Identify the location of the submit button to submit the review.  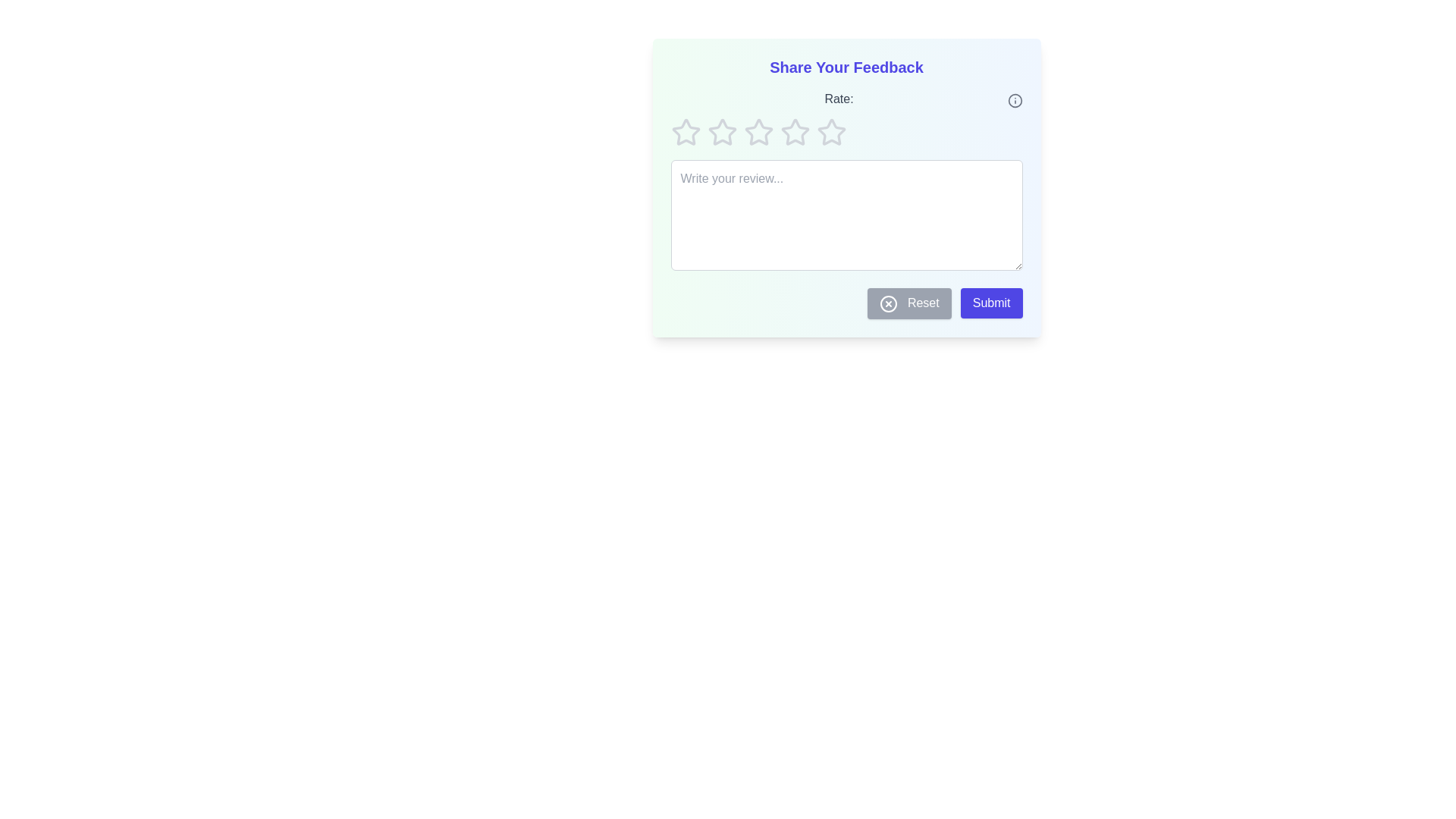
(991, 303).